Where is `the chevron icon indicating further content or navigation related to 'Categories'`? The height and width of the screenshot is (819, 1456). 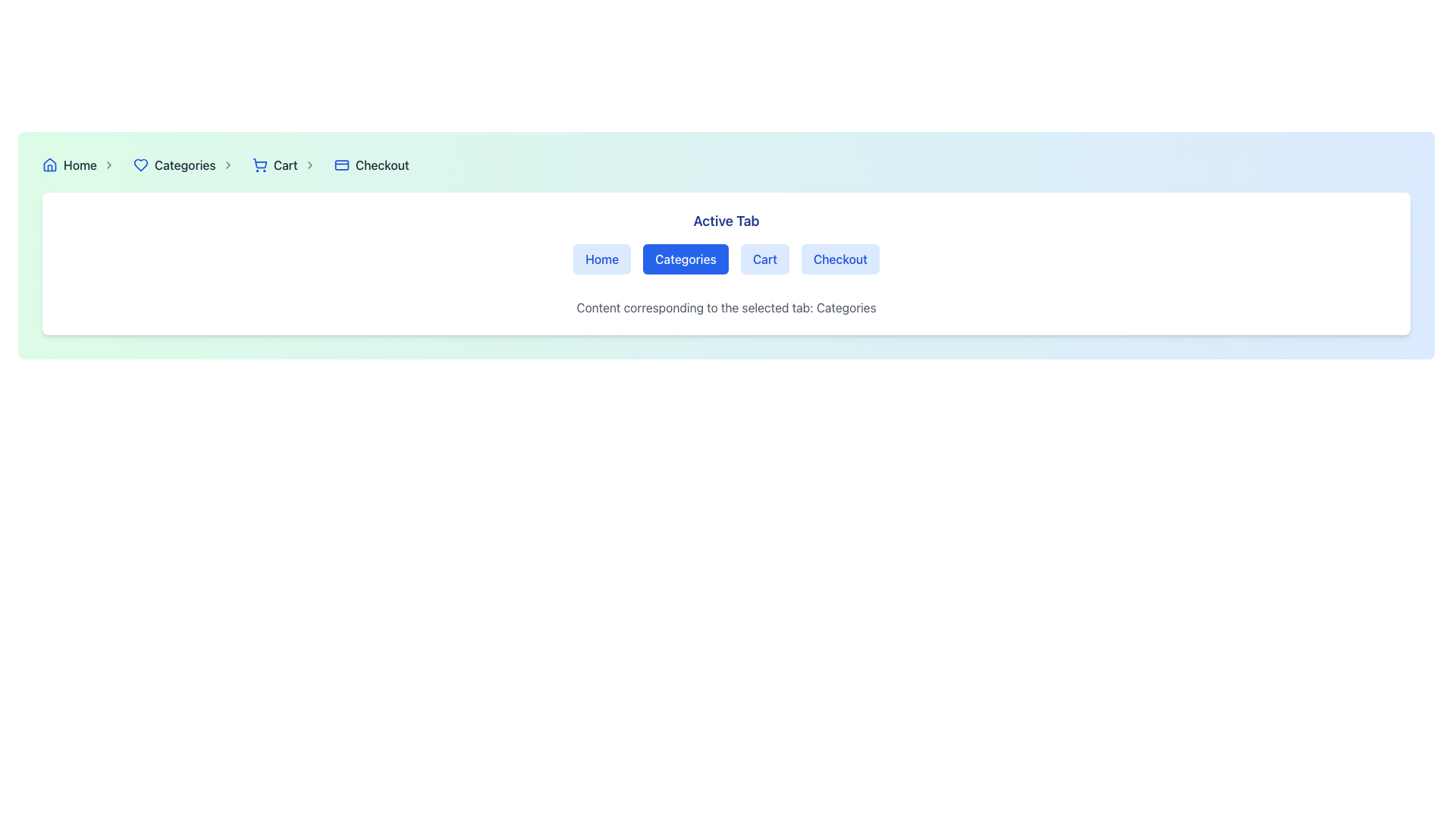 the chevron icon indicating further content or navigation related to 'Categories' is located at coordinates (227, 165).